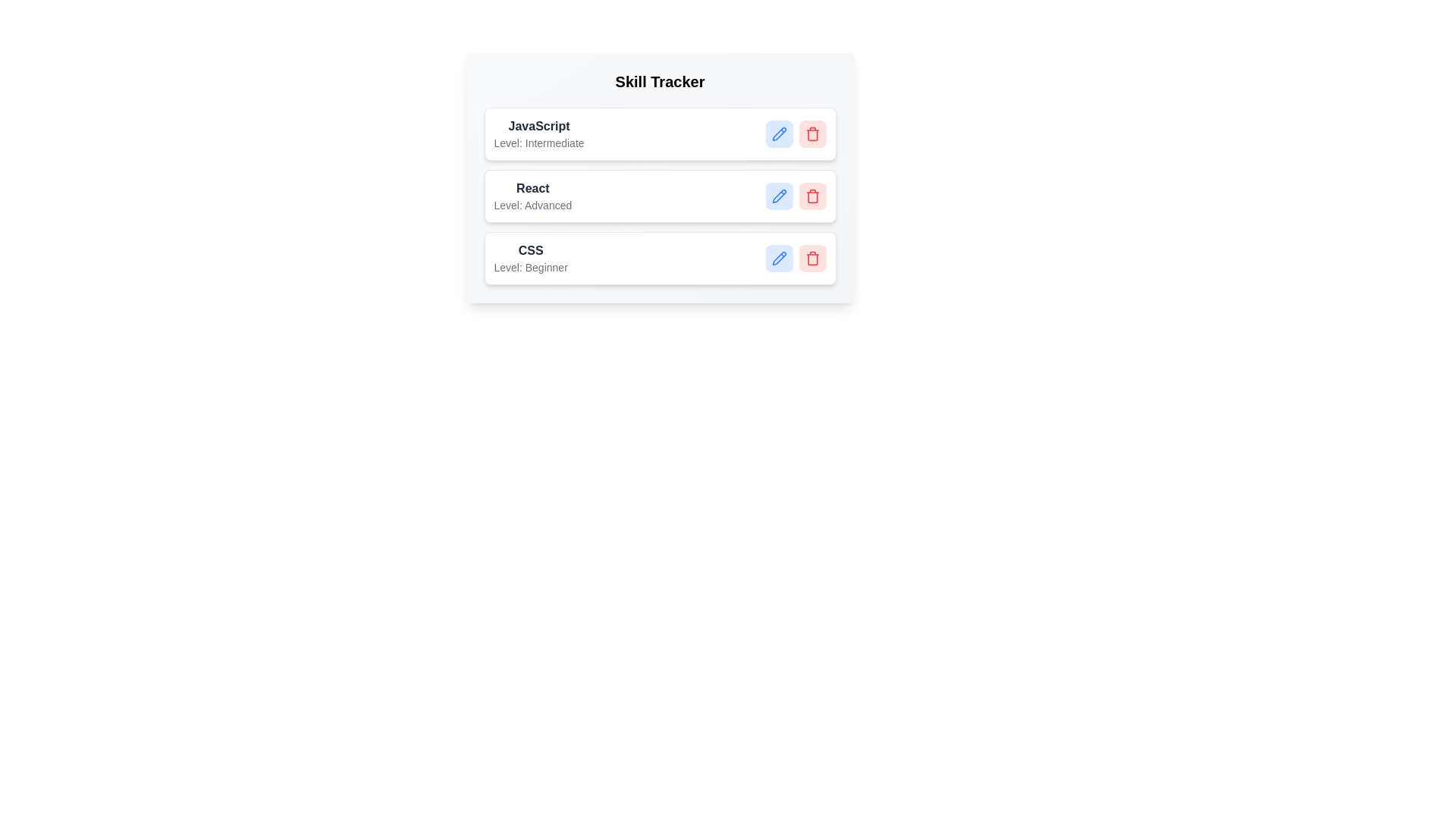 This screenshot has width=1456, height=819. Describe the element at coordinates (779, 257) in the screenshot. I see `edit button for the skill labeled CSS` at that location.